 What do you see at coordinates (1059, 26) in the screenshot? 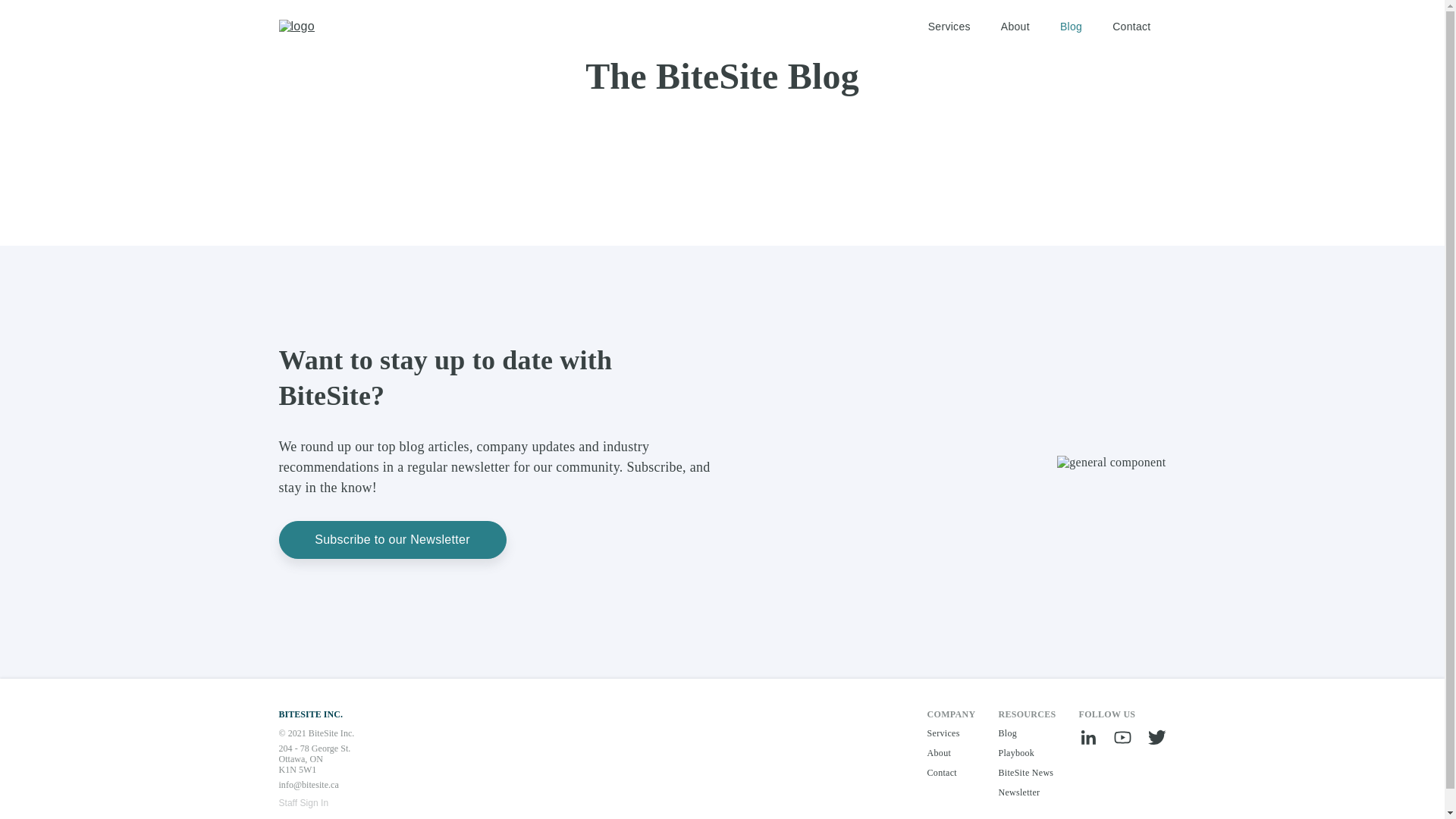
I see `'Blog'` at bounding box center [1059, 26].